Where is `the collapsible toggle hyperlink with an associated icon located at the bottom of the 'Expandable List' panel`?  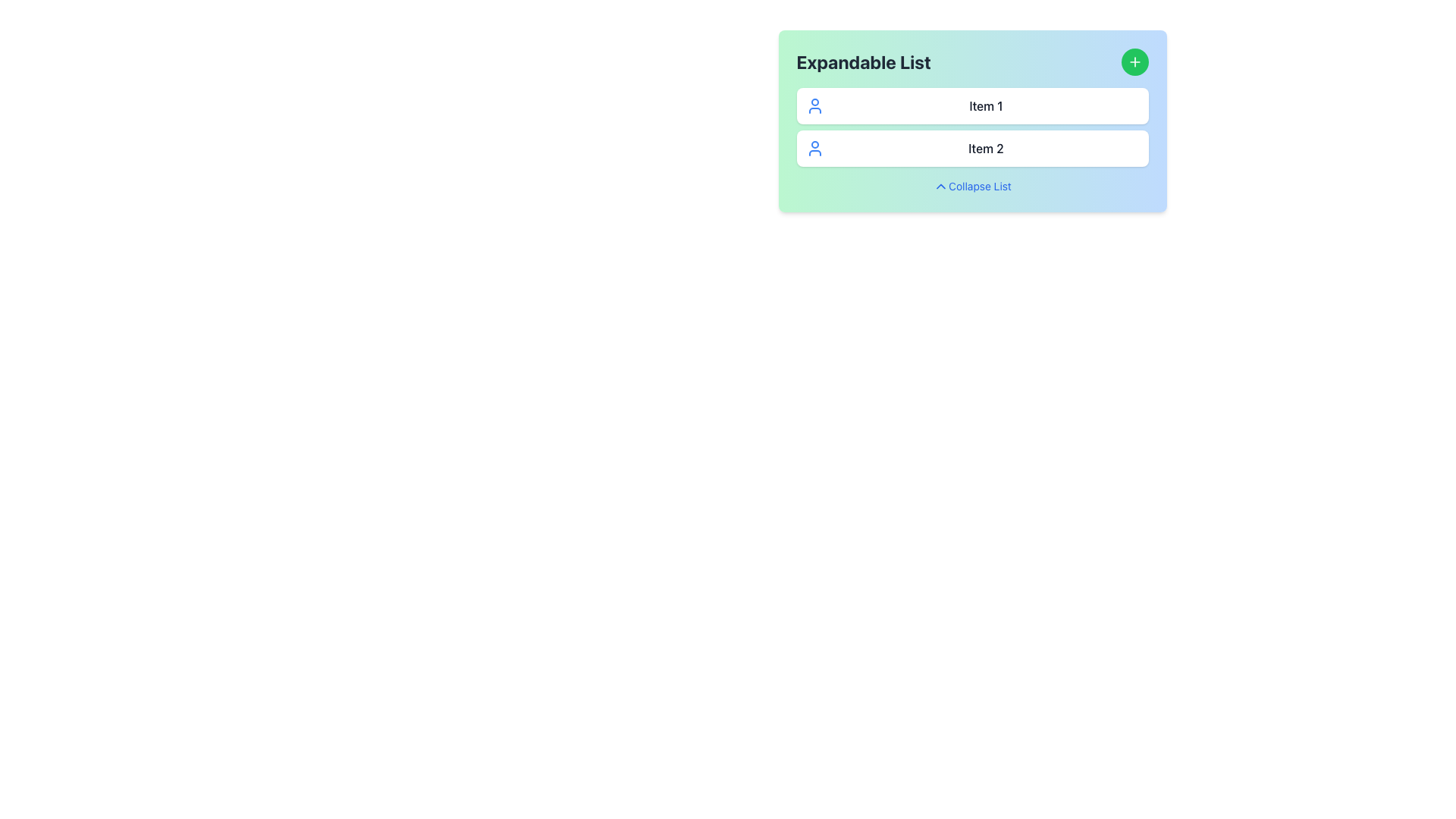
the collapsible toggle hyperlink with an associated icon located at the bottom of the 'Expandable List' panel is located at coordinates (972, 186).